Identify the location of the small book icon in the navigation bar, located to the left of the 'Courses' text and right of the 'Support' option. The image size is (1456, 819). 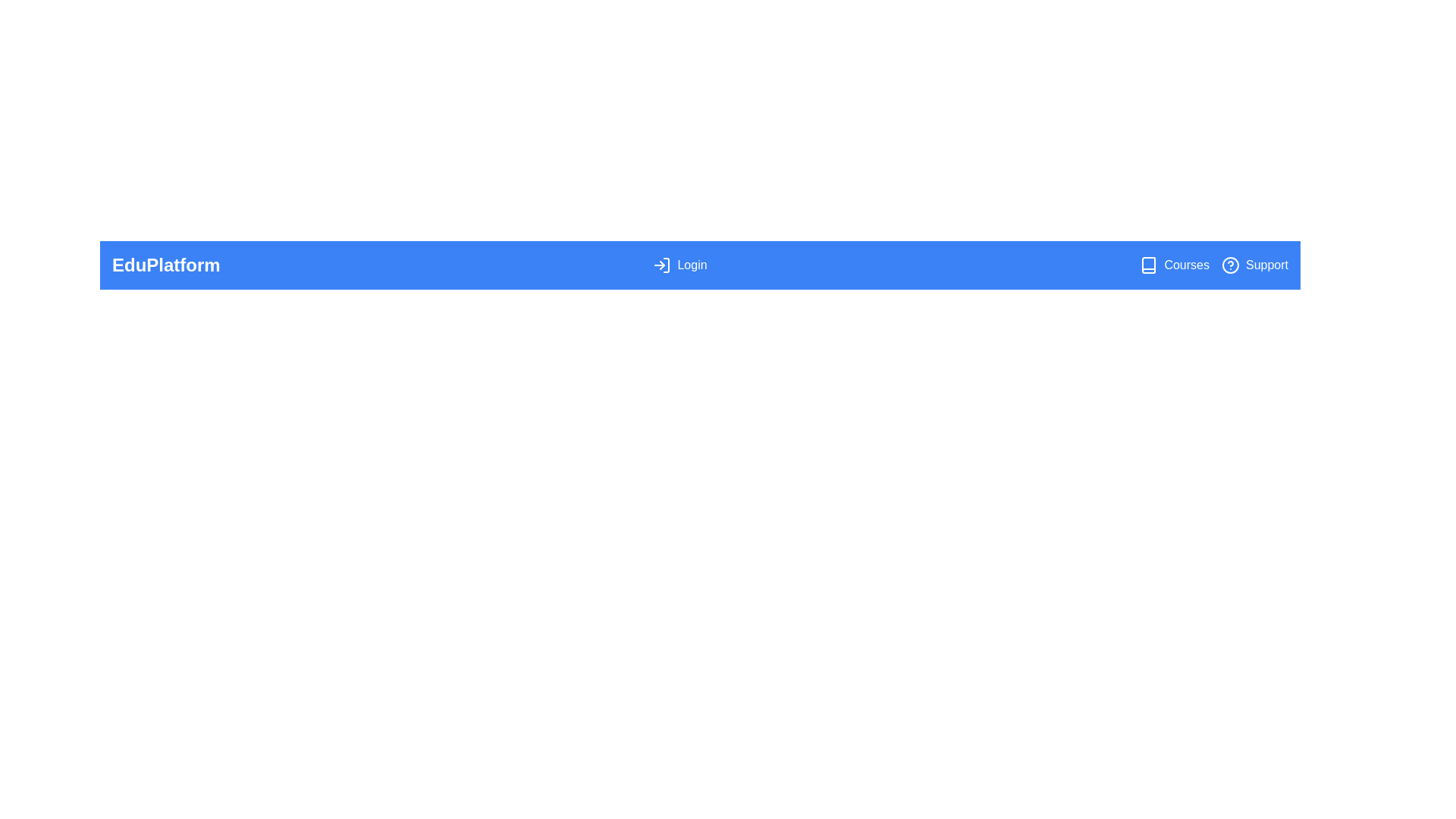
(1149, 265).